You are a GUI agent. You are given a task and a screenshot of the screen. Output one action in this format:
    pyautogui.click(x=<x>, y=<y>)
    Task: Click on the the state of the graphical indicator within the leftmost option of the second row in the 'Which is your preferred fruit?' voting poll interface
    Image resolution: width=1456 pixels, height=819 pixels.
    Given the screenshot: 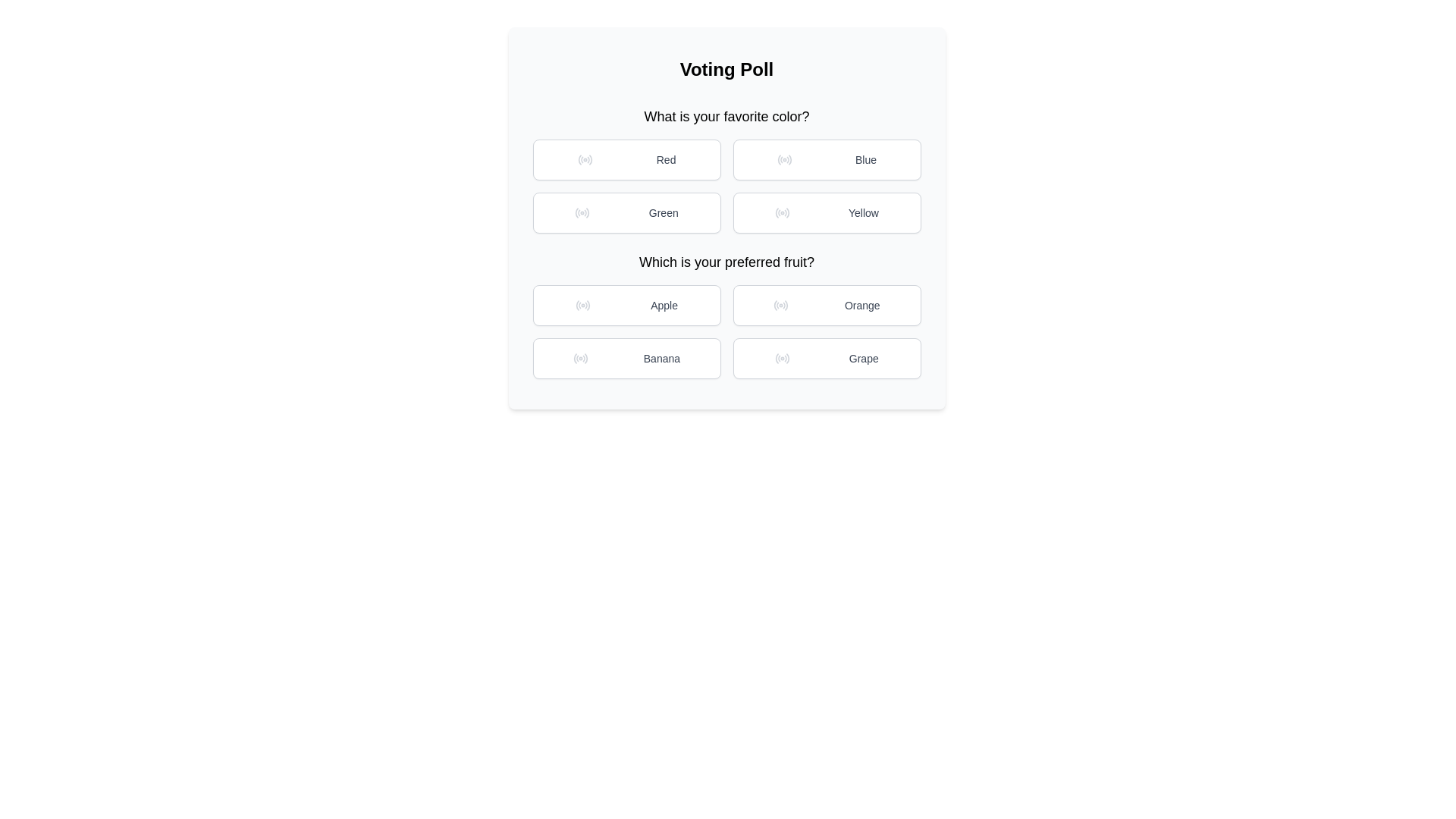 What is the action you would take?
    pyautogui.click(x=574, y=359)
    